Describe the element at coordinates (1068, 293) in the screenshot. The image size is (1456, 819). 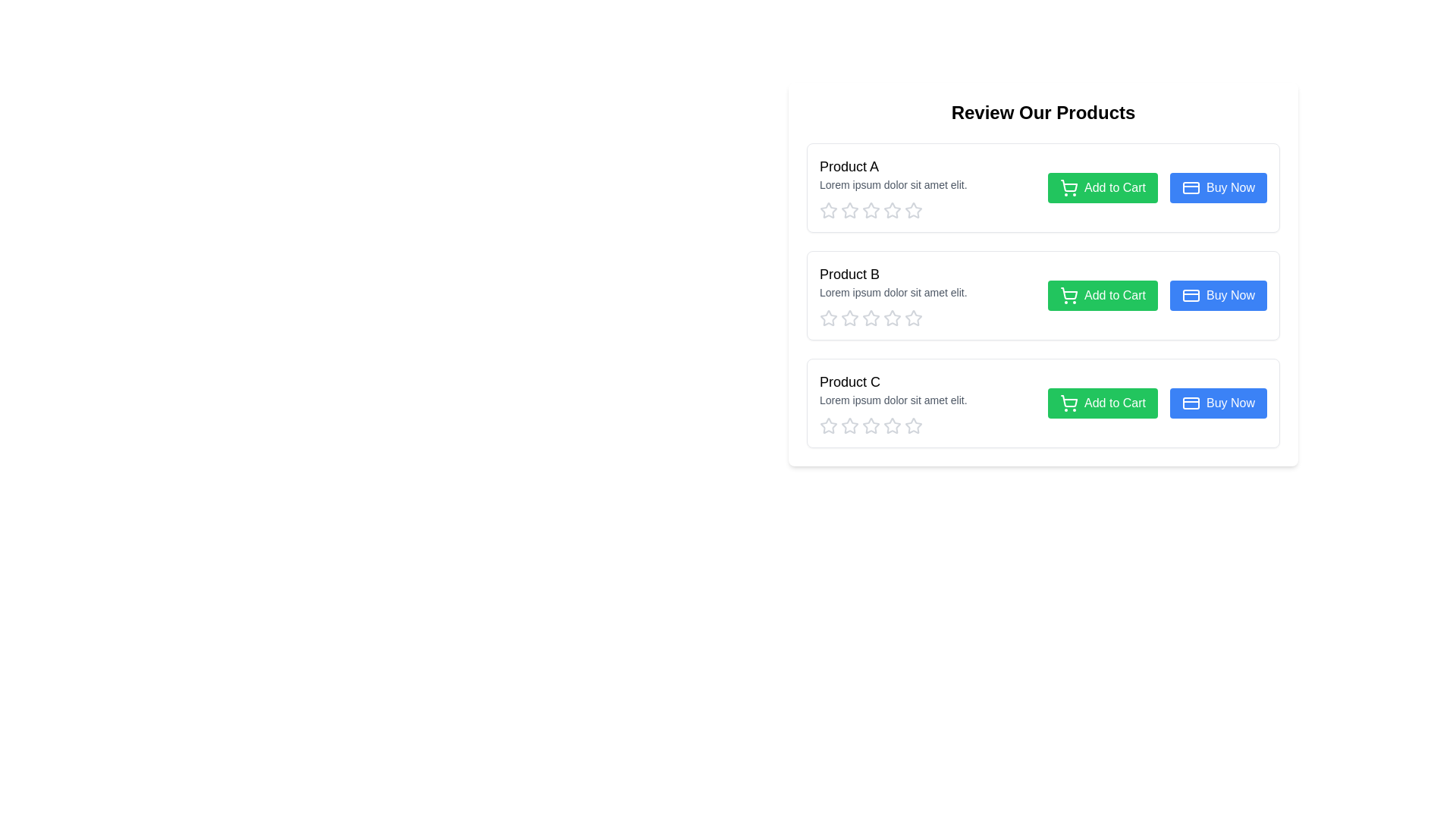
I see `the 'Add to Cart' button icon for 'Product B', which visually indicates the action of adding the product to the shopping cart` at that location.